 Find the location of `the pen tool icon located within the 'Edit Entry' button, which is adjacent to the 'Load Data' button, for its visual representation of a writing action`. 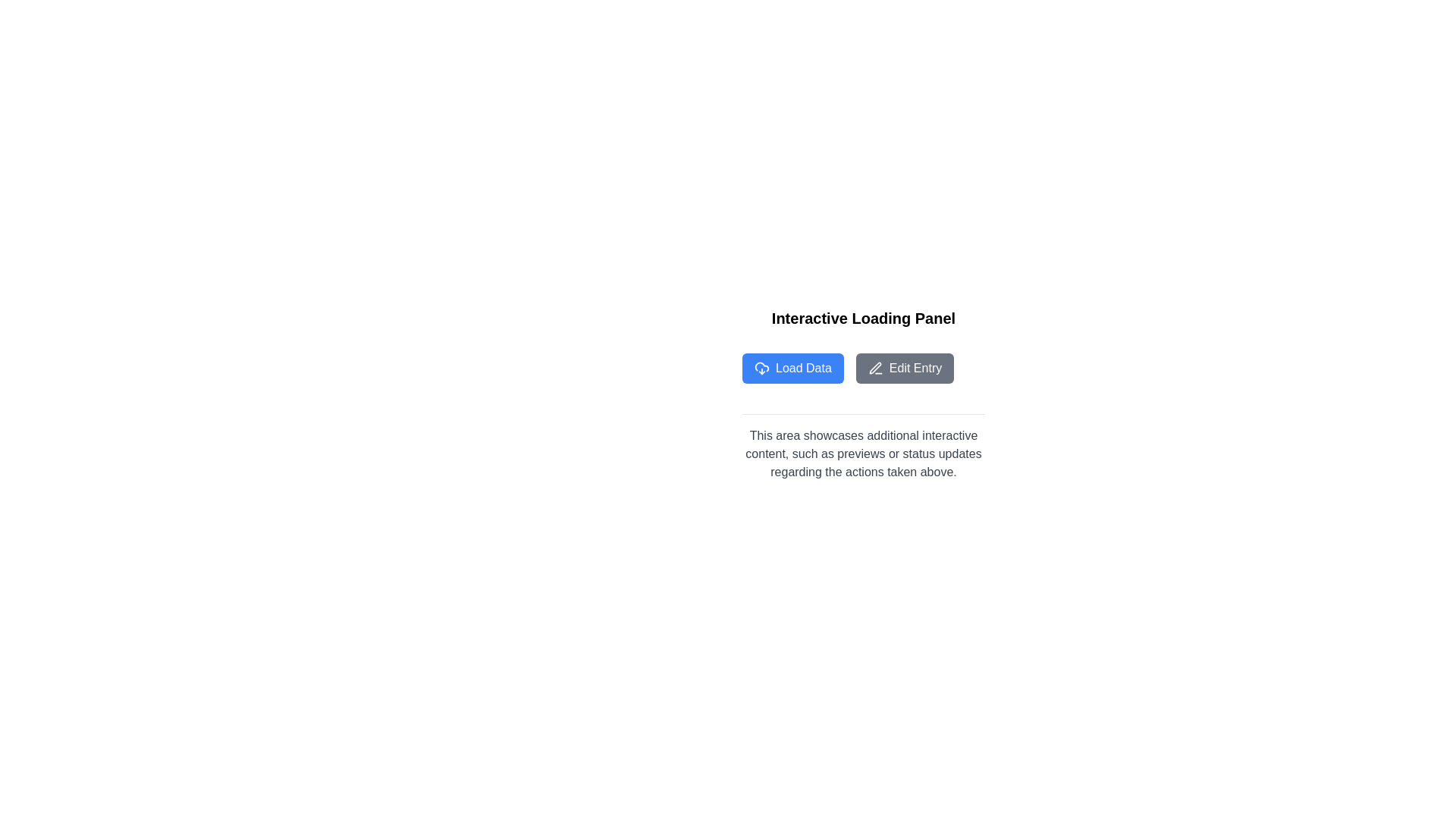

the pen tool icon located within the 'Edit Entry' button, which is adjacent to the 'Load Data' button, for its visual representation of a writing action is located at coordinates (875, 369).